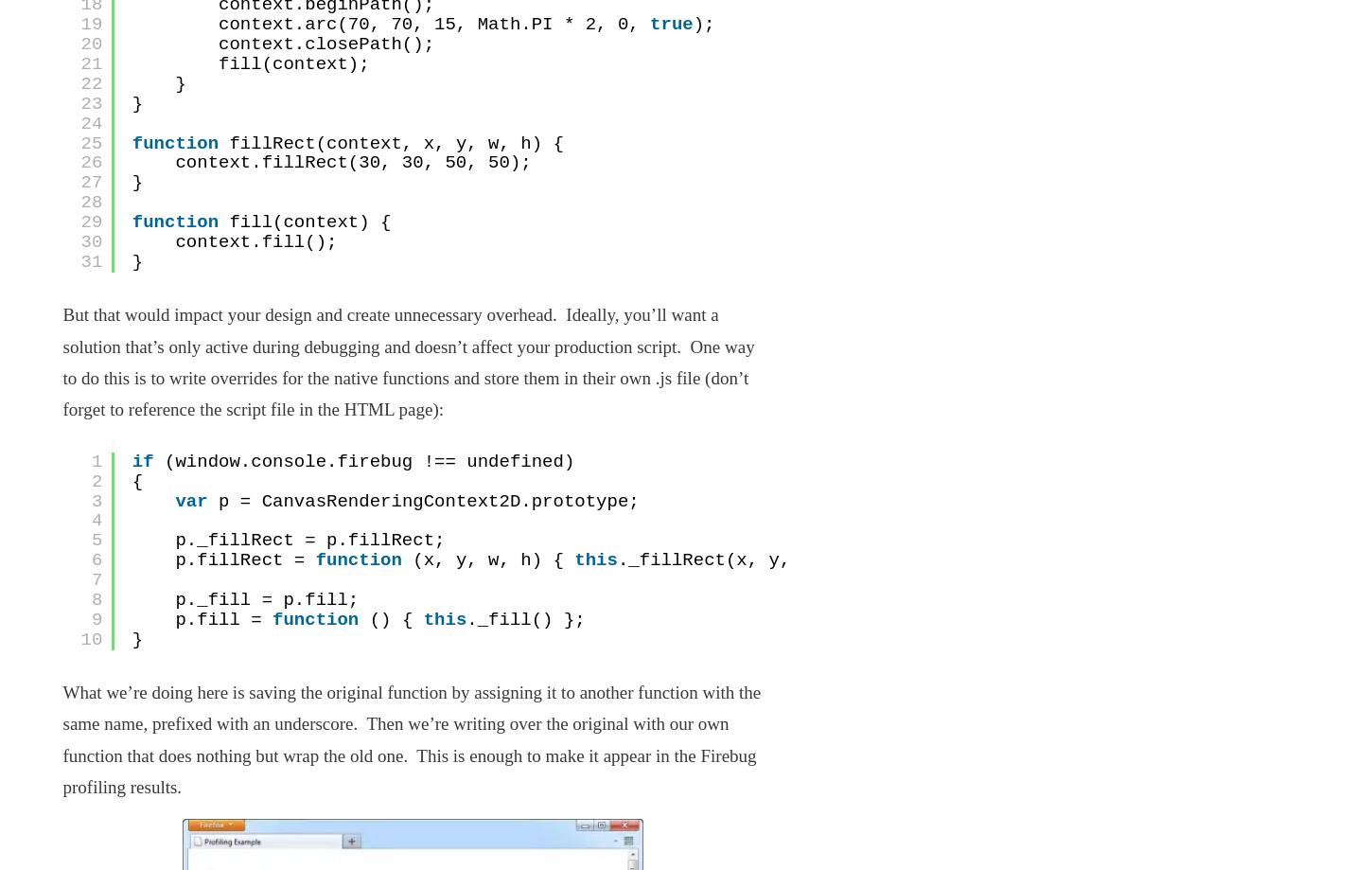 This screenshot has width=1372, height=870. Describe the element at coordinates (90, 520) in the screenshot. I see `'4'` at that location.